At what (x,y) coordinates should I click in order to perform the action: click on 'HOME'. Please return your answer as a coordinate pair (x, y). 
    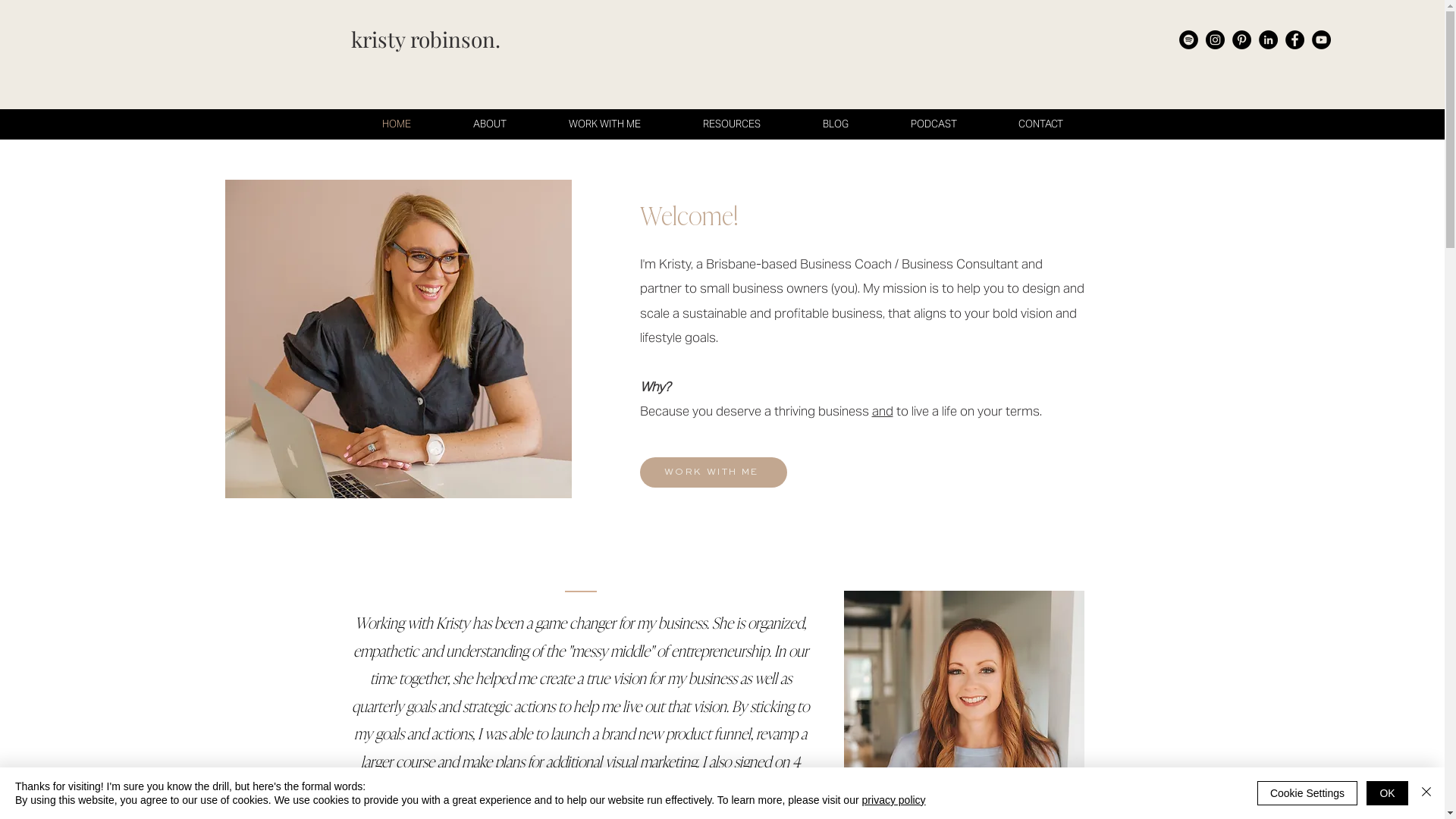
    Looking at the image, I should click on (396, 124).